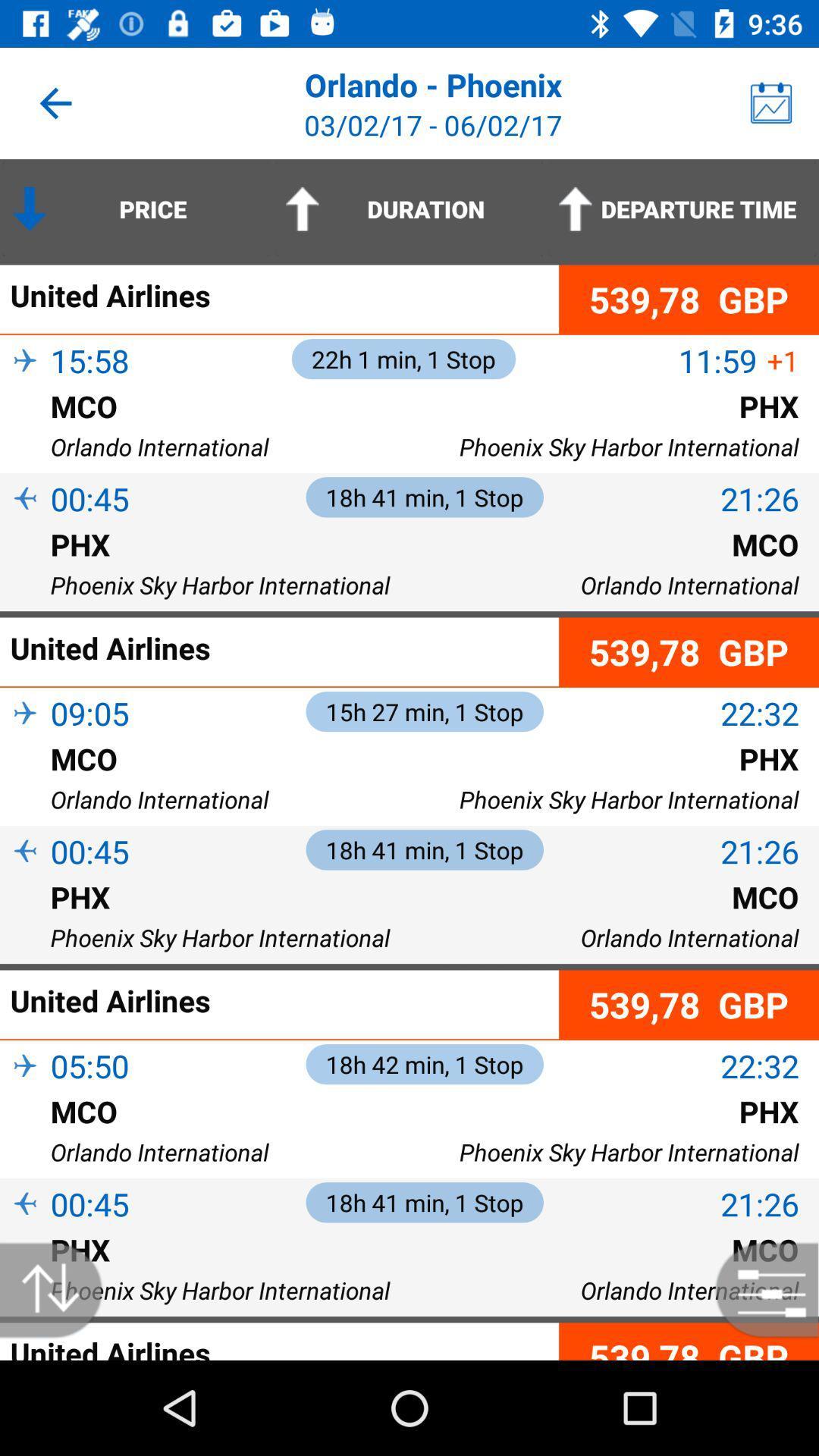 This screenshot has width=819, height=1456. What do you see at coordinates (425, 711) in the screenshot?
I see `the 15h 27 min item` at bounding box center [425, 711].